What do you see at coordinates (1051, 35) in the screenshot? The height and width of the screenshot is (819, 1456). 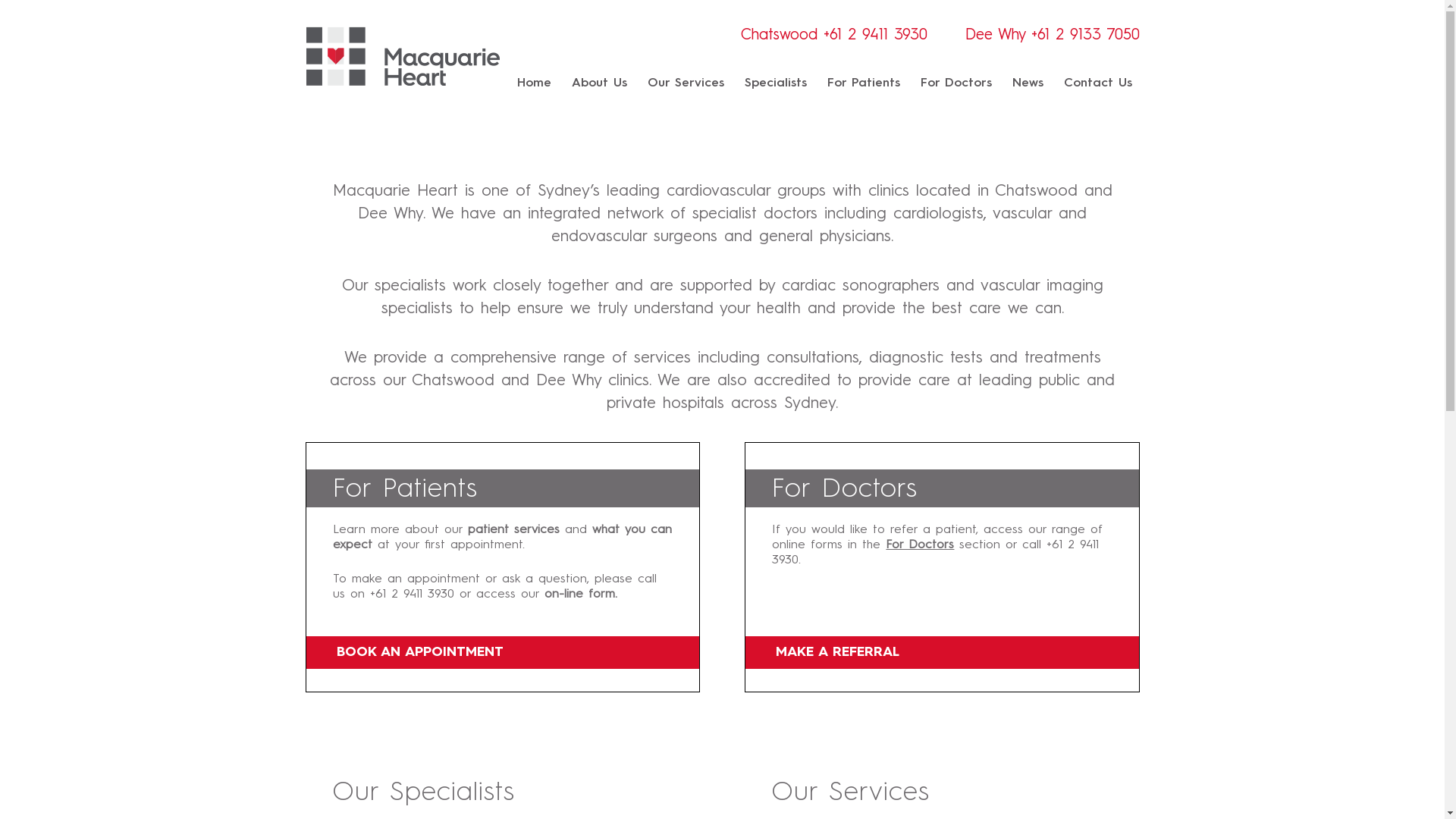 I see `'Dee Why +61 2 9133 7050'` at bounding box center [1051, 35].